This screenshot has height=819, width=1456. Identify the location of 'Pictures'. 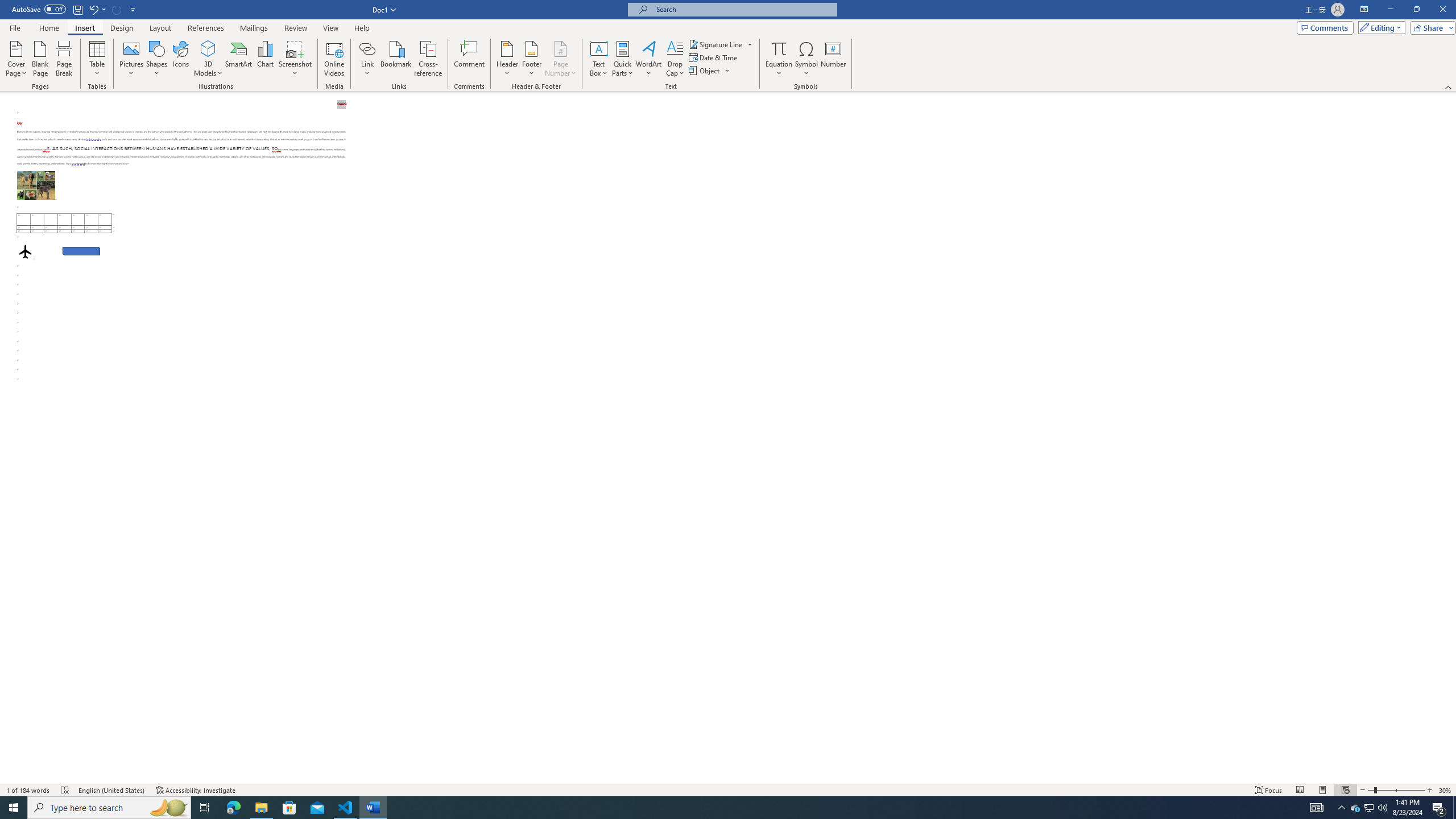
(131, 59).